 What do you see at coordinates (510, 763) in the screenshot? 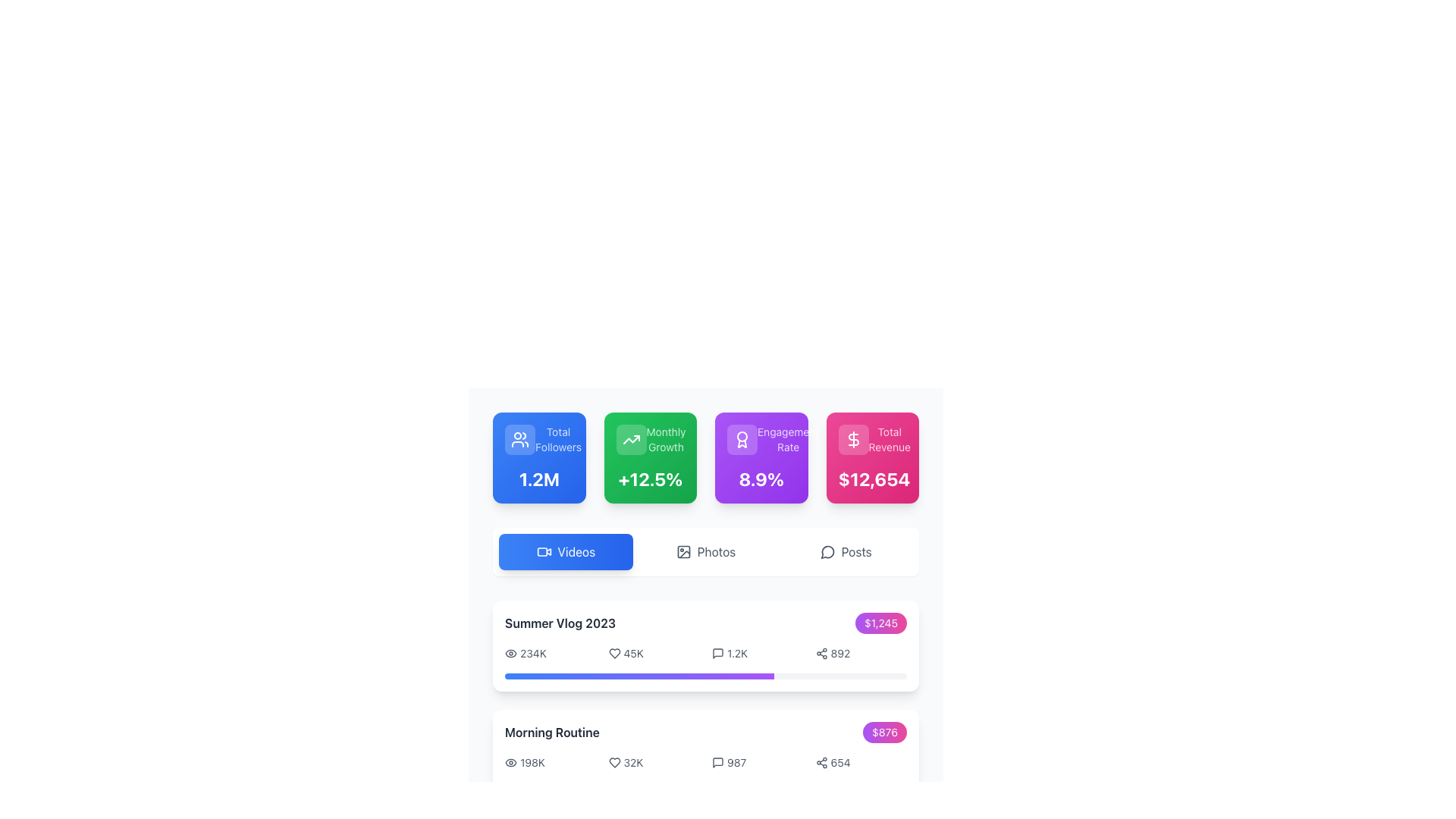
I see `the eye-shaped visibility icon that indicates views, located to the left of the text '198K'` at bounding box center [510, 763].